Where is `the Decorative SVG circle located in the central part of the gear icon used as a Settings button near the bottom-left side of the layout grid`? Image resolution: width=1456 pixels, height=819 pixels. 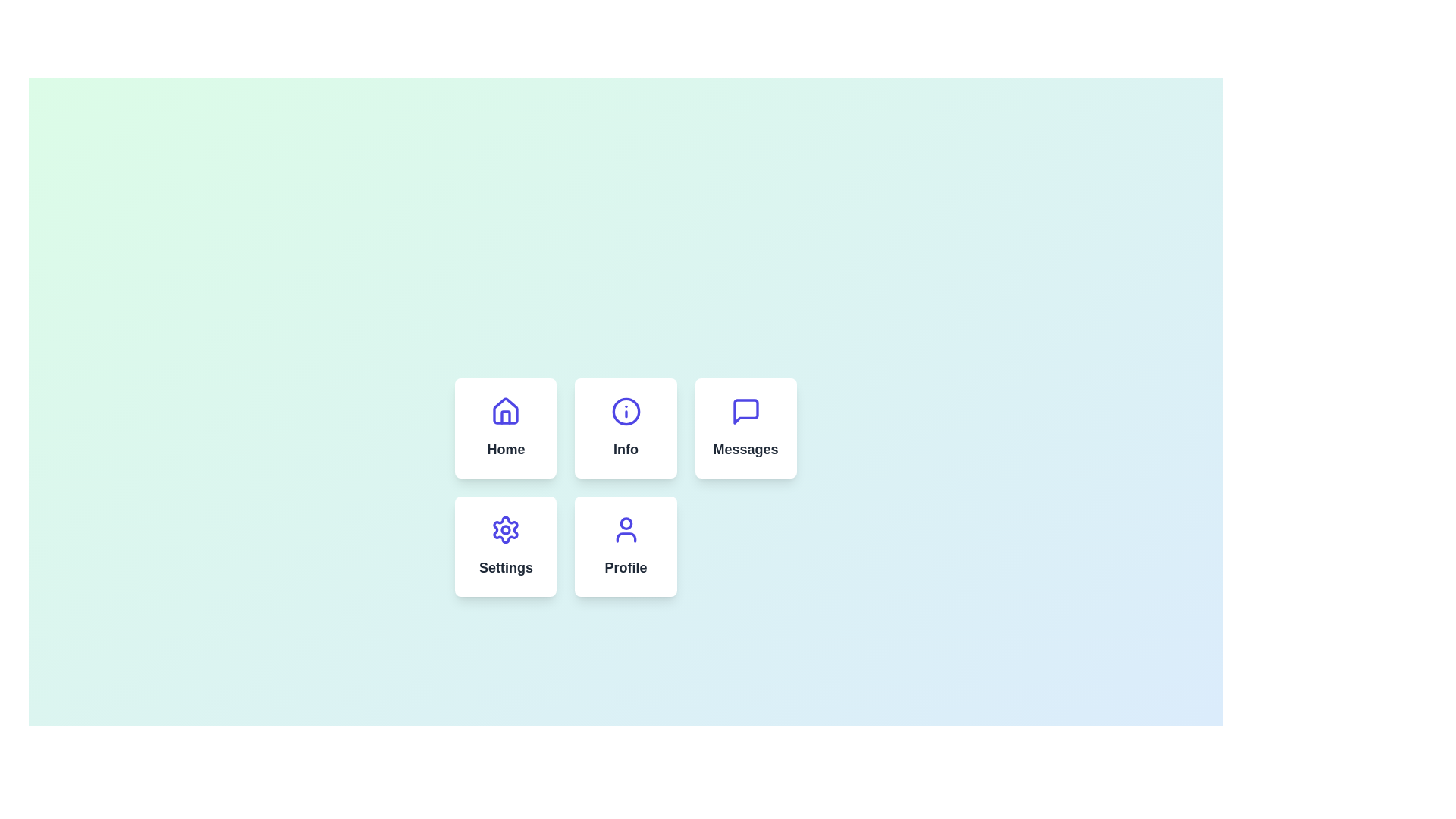 the Decorative SVG circle located in the central part of the gear icon used as a Settings button near the bottom-left side of the layout grid is located at coordinates (506, 529).